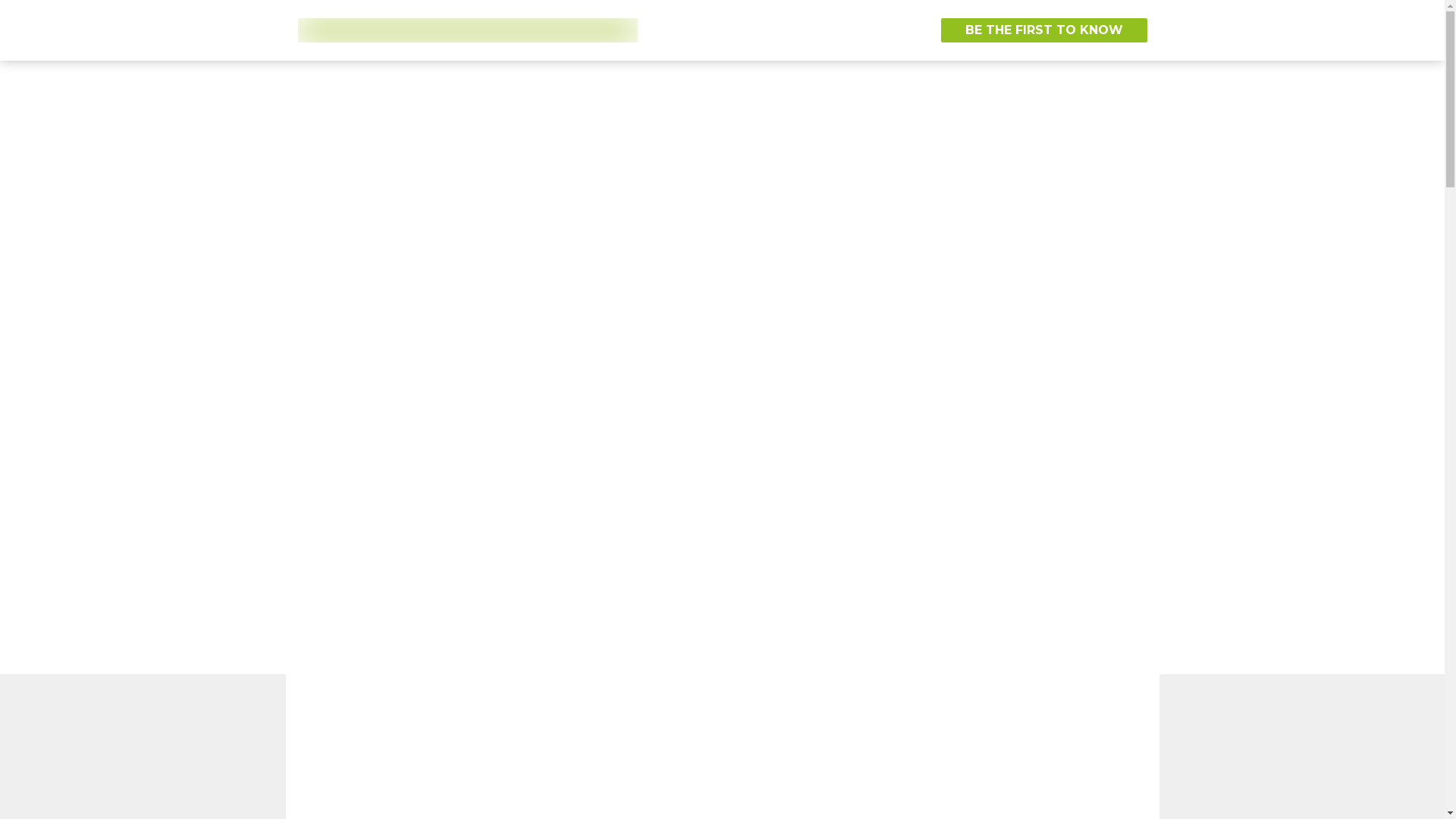 This screenshot has height=819, width=1456. Describe the element at coordinates (1043, 30) in the screenshot. I see `'BE THE FIRST TO KNOW'` at that location.